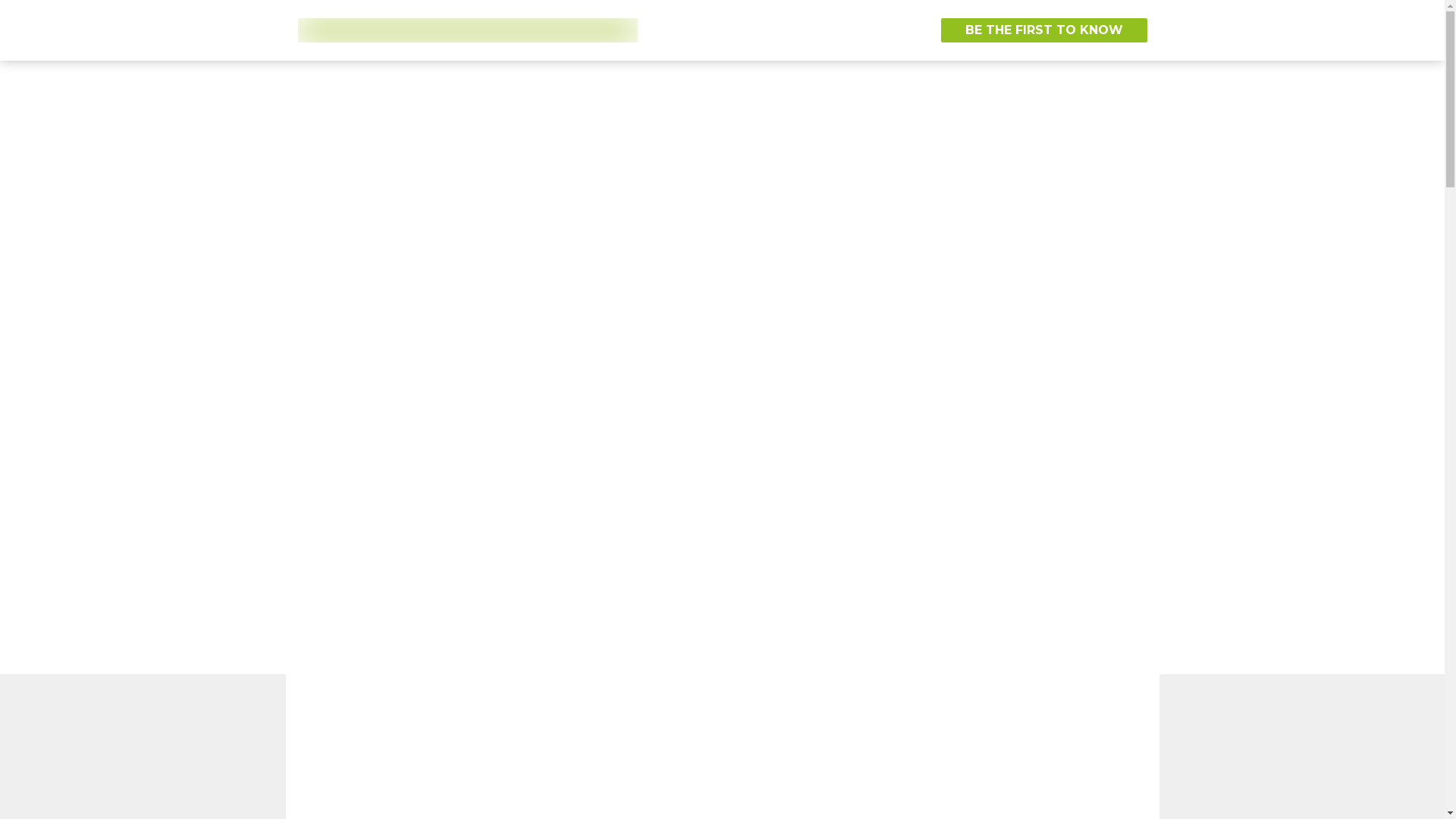 This screenshot has height=819, width=1456. Describe the element at coordinates (1043, 30) in the screenshot. I see `'BE THE FIRST TO KNOW'` at that location.